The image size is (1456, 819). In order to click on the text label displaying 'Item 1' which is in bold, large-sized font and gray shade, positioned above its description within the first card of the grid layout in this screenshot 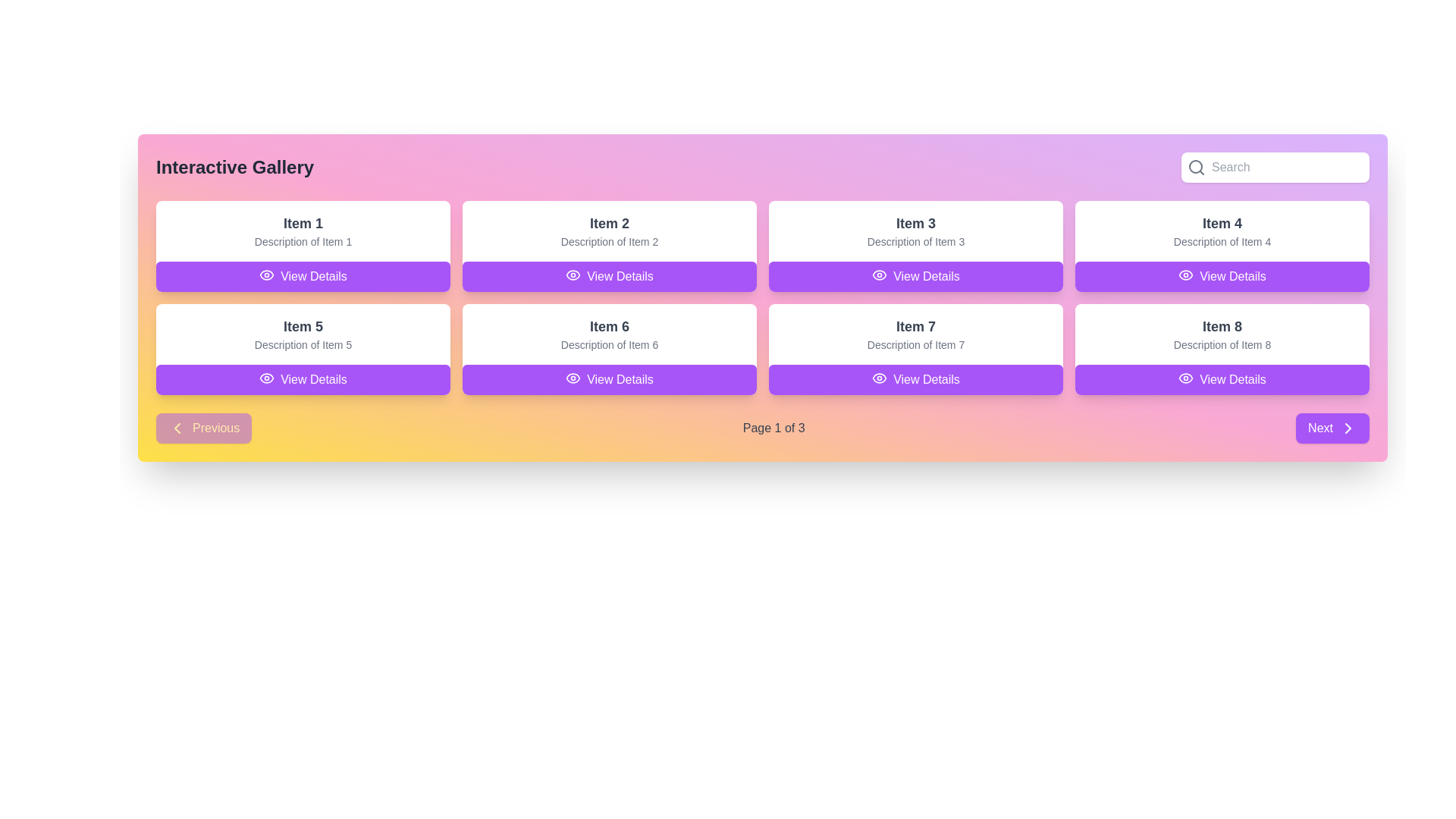, I will do `click(303, 223)`.